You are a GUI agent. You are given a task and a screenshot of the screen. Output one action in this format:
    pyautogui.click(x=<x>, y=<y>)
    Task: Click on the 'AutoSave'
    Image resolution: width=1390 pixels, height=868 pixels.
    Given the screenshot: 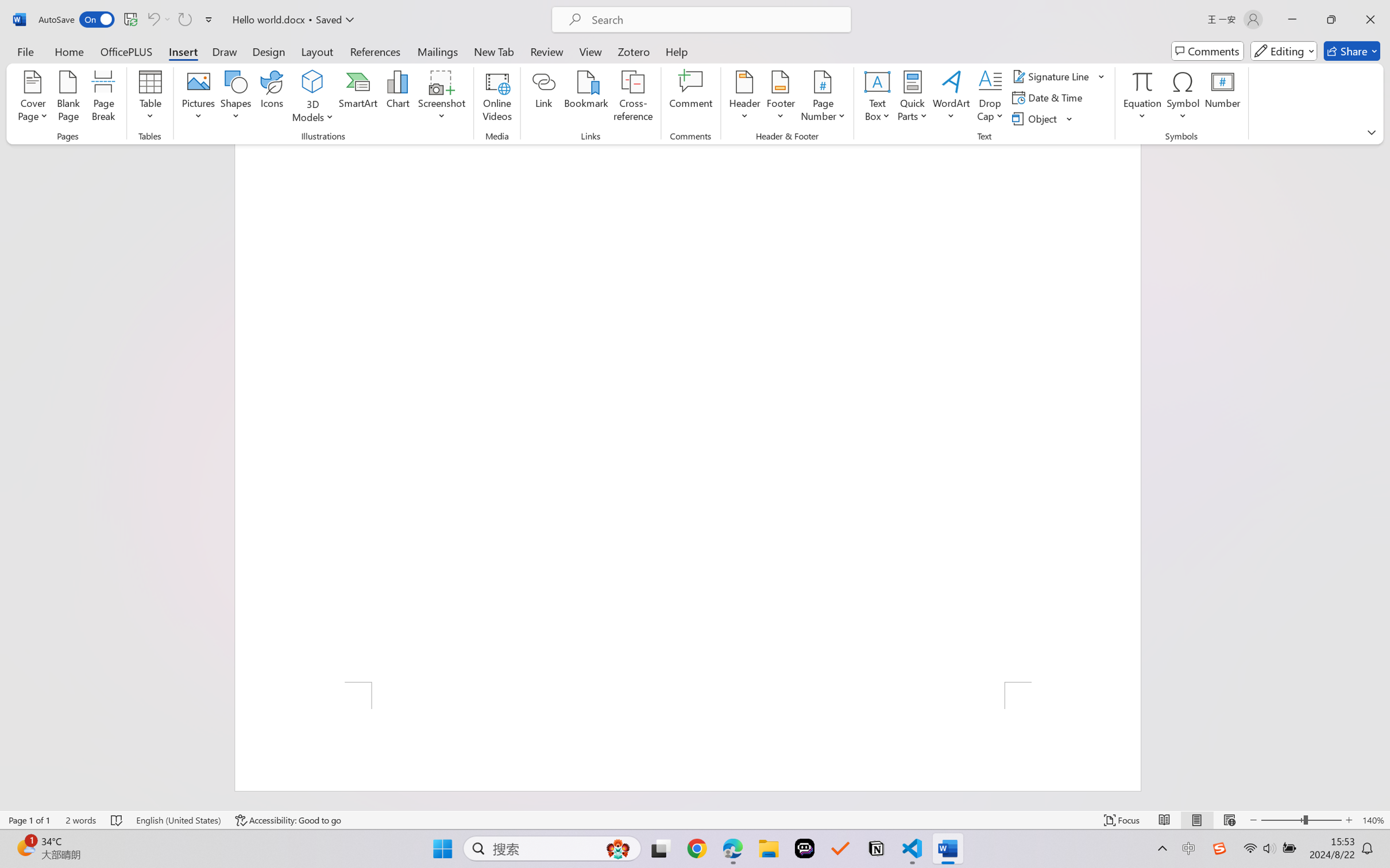 What is the action you would take?
    pyautogui.click(x=76, y=19)
    